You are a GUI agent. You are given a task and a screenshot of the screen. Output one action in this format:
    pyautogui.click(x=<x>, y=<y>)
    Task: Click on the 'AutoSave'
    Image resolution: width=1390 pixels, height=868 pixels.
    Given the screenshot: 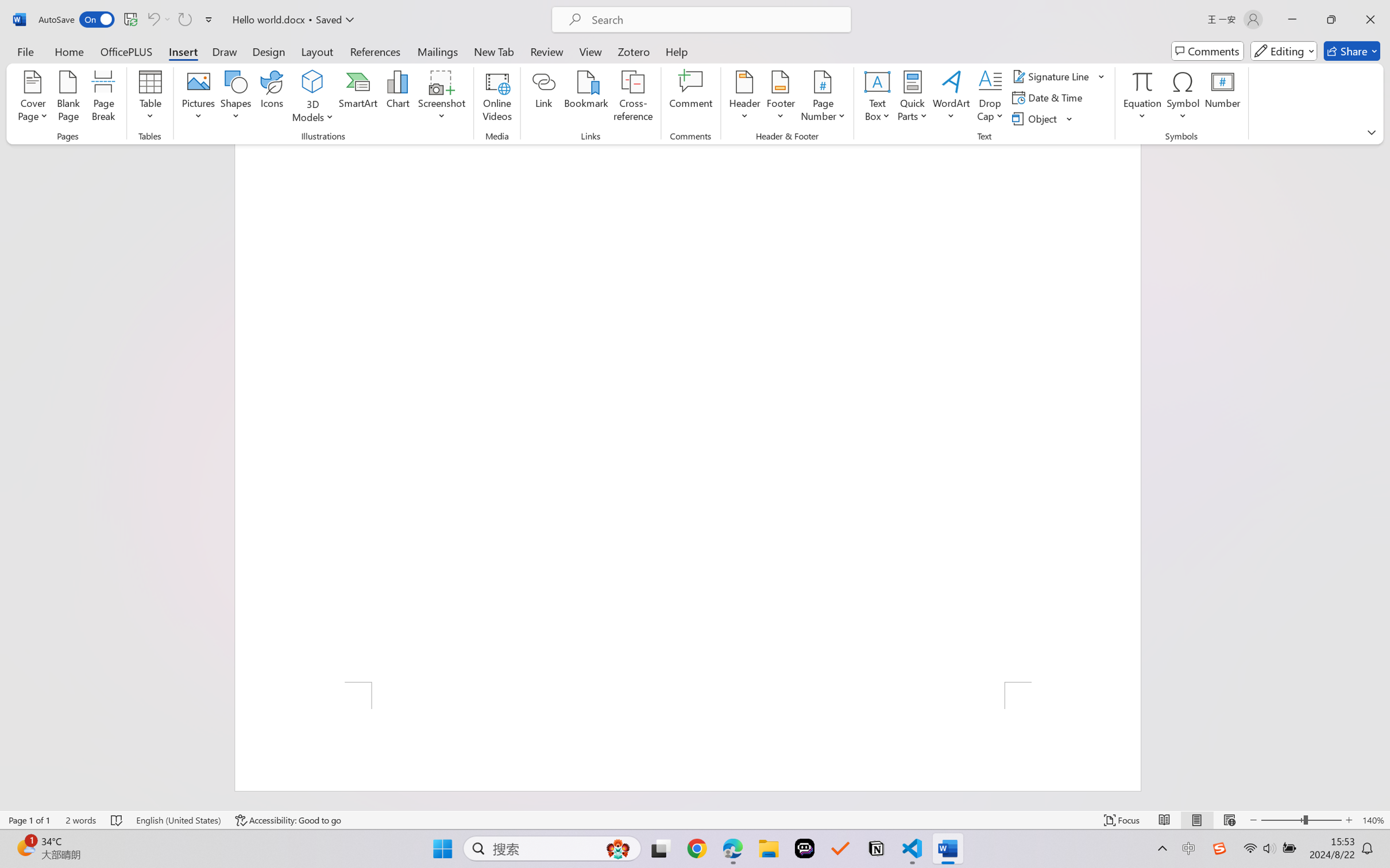 What is the action you would take?
    pyautogui.click(x=76, y=19)
    